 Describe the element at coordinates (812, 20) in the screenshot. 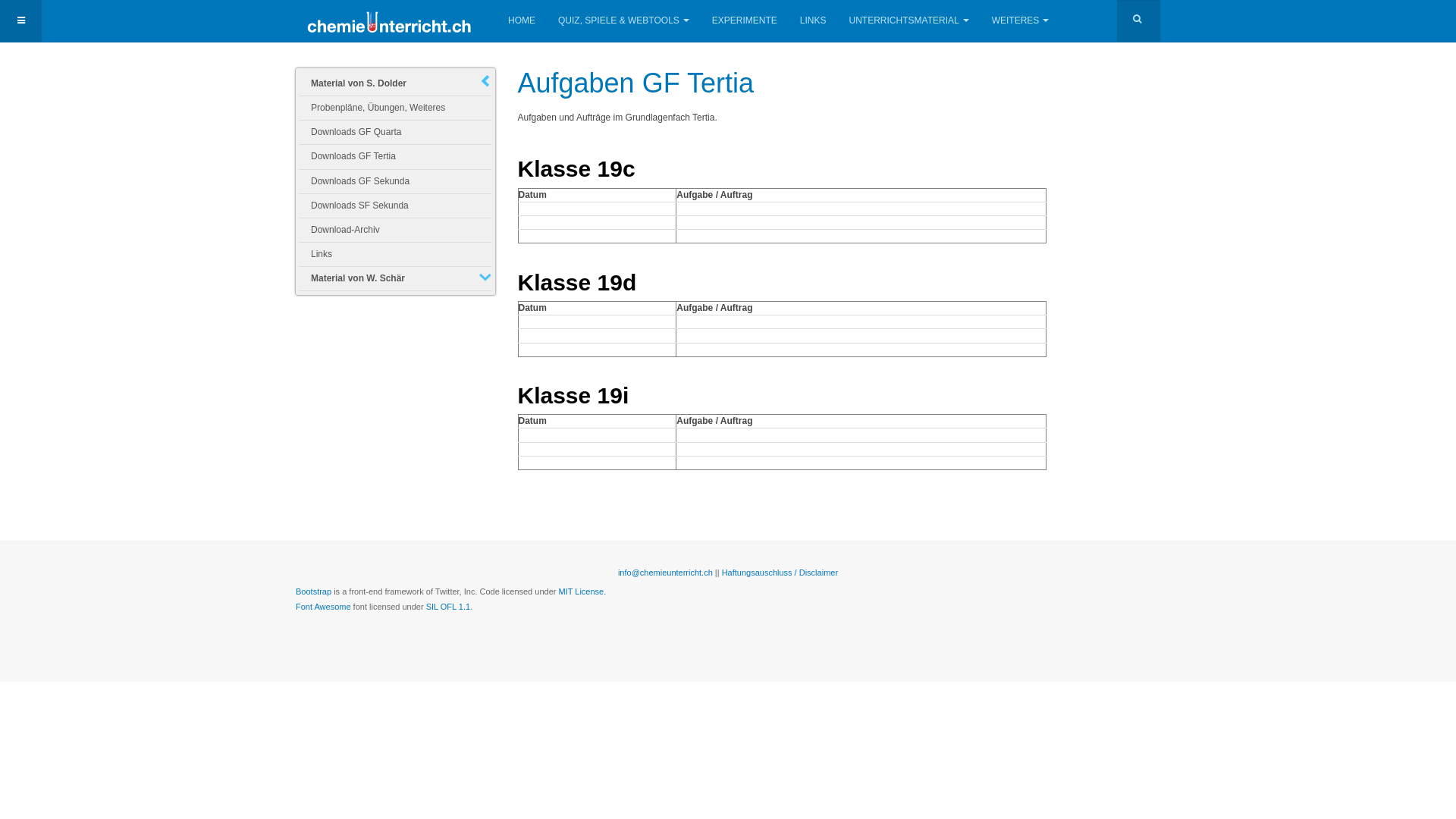

I see `'LINKS'` at that location.